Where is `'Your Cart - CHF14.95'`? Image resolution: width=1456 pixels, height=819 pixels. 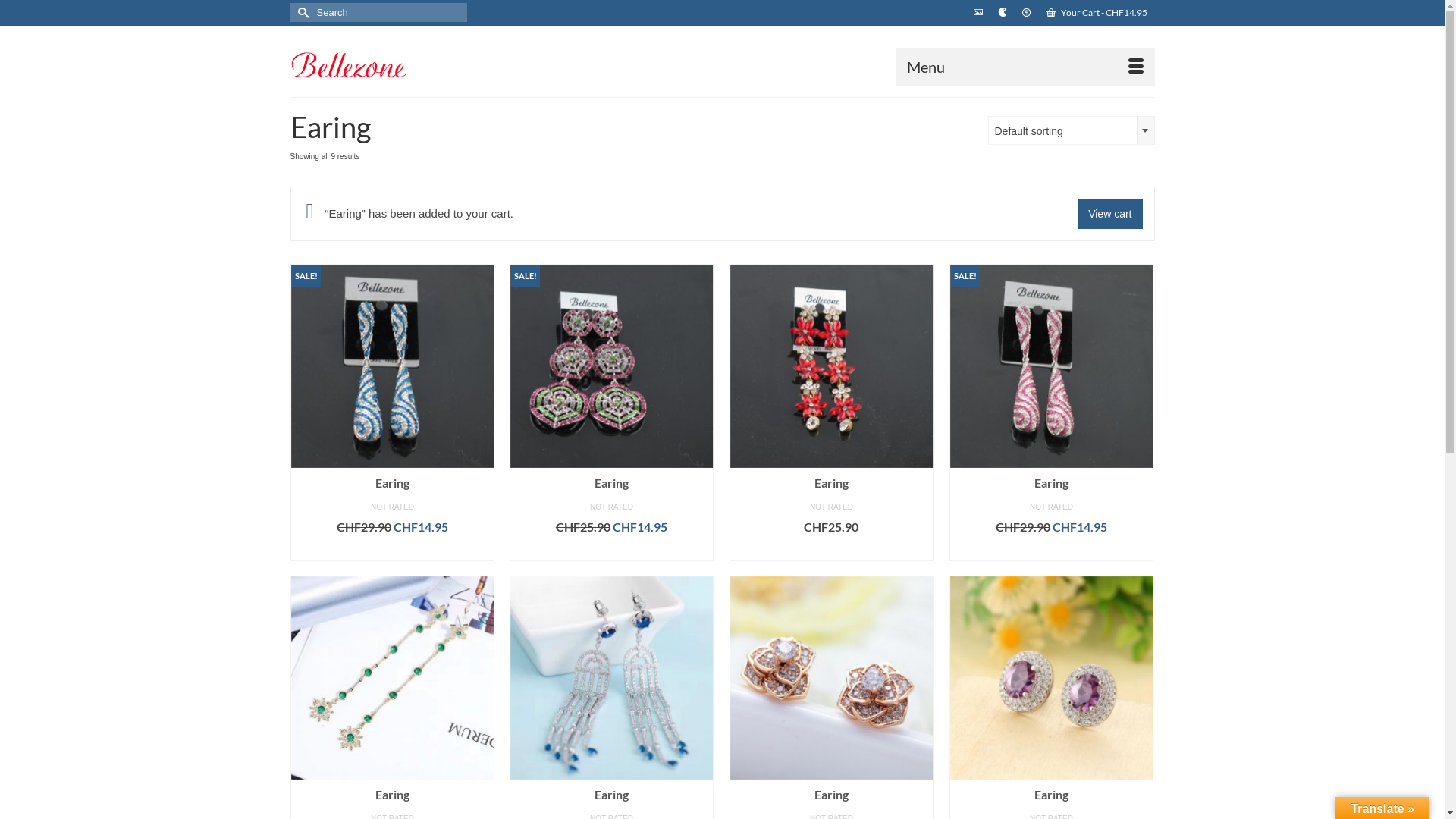
'Your Cart - CHF14.95' is located at coordinates (1097, 12).